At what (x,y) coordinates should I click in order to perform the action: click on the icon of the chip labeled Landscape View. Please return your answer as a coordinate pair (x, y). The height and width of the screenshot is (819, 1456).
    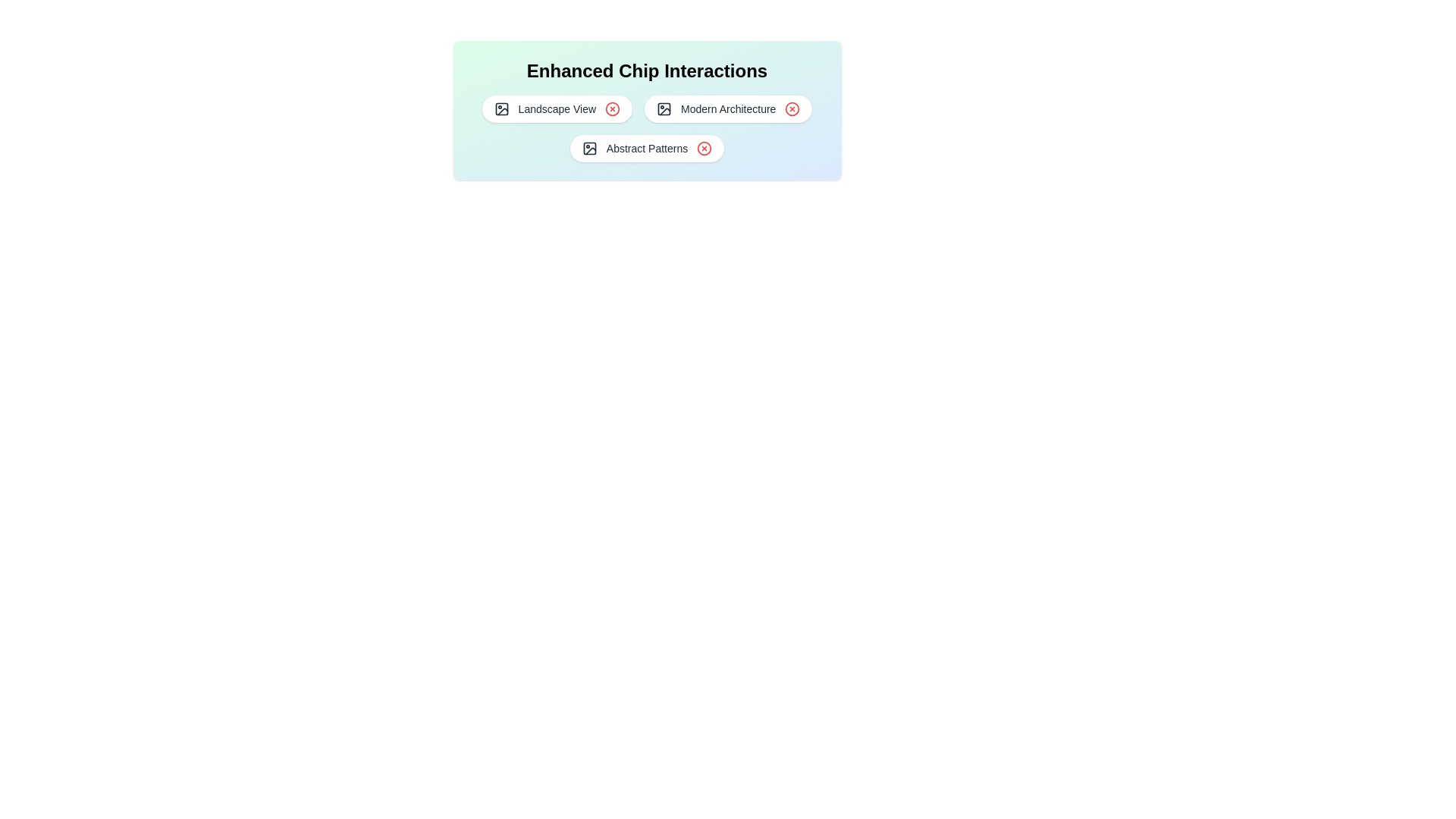
    Looking at the image, I should click on (501, 108).